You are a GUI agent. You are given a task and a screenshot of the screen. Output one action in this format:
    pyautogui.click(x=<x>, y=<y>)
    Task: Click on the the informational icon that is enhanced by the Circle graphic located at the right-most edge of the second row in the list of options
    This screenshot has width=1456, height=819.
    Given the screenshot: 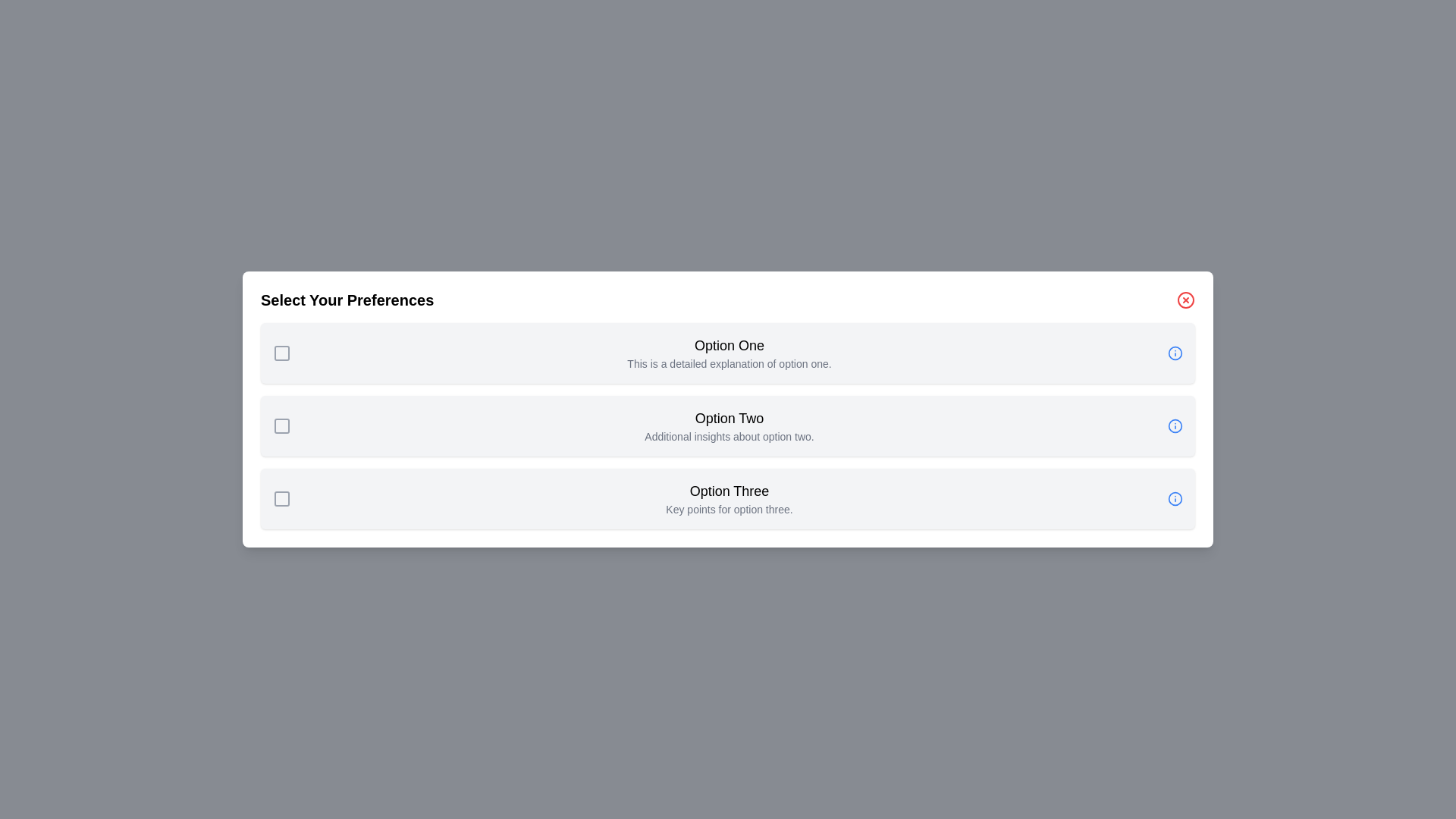 What is the action you would take?
    pyautogui.click(x=1175, y=426)
    